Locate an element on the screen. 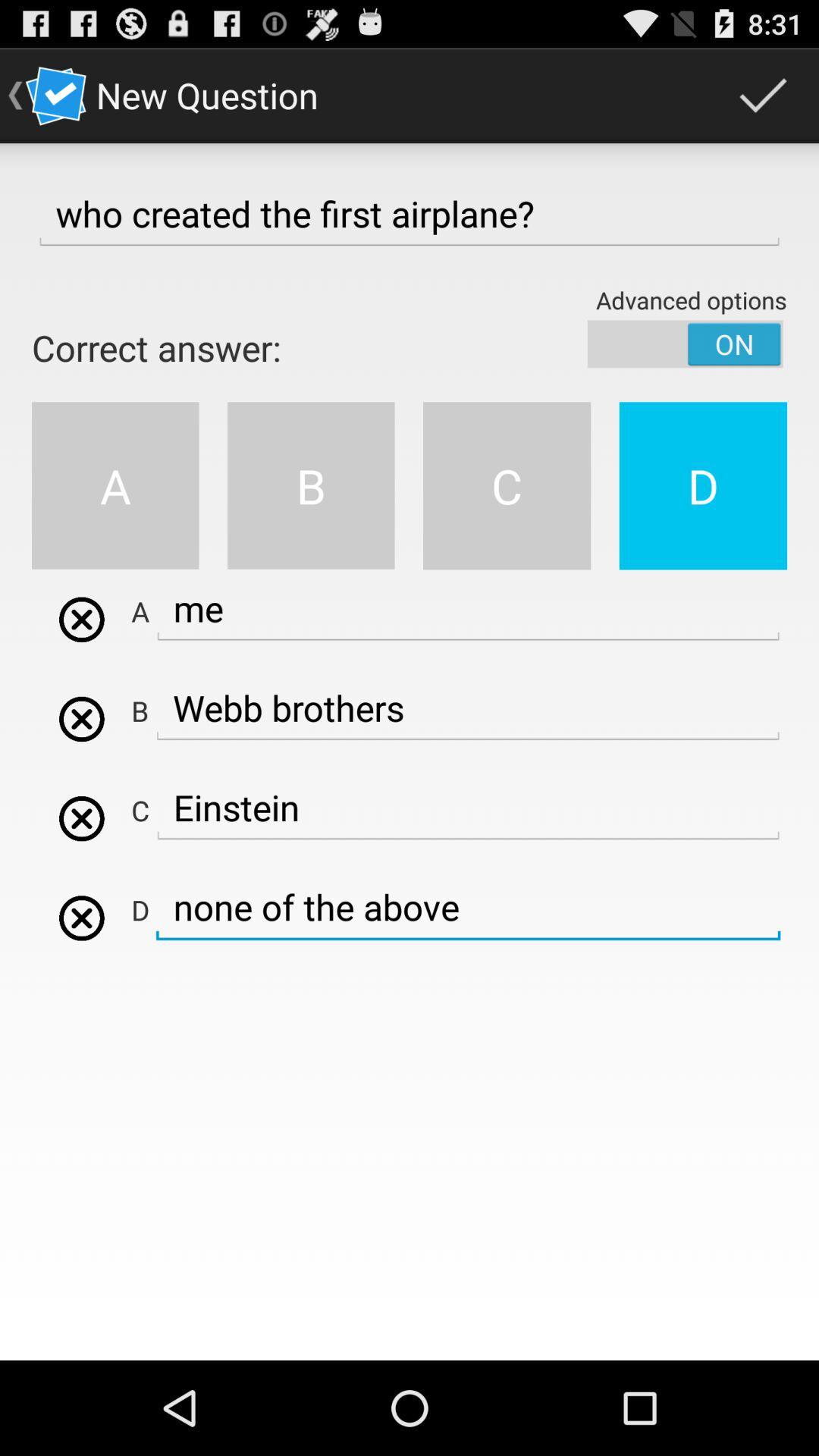  remove option is located at coordinates (81, 718).